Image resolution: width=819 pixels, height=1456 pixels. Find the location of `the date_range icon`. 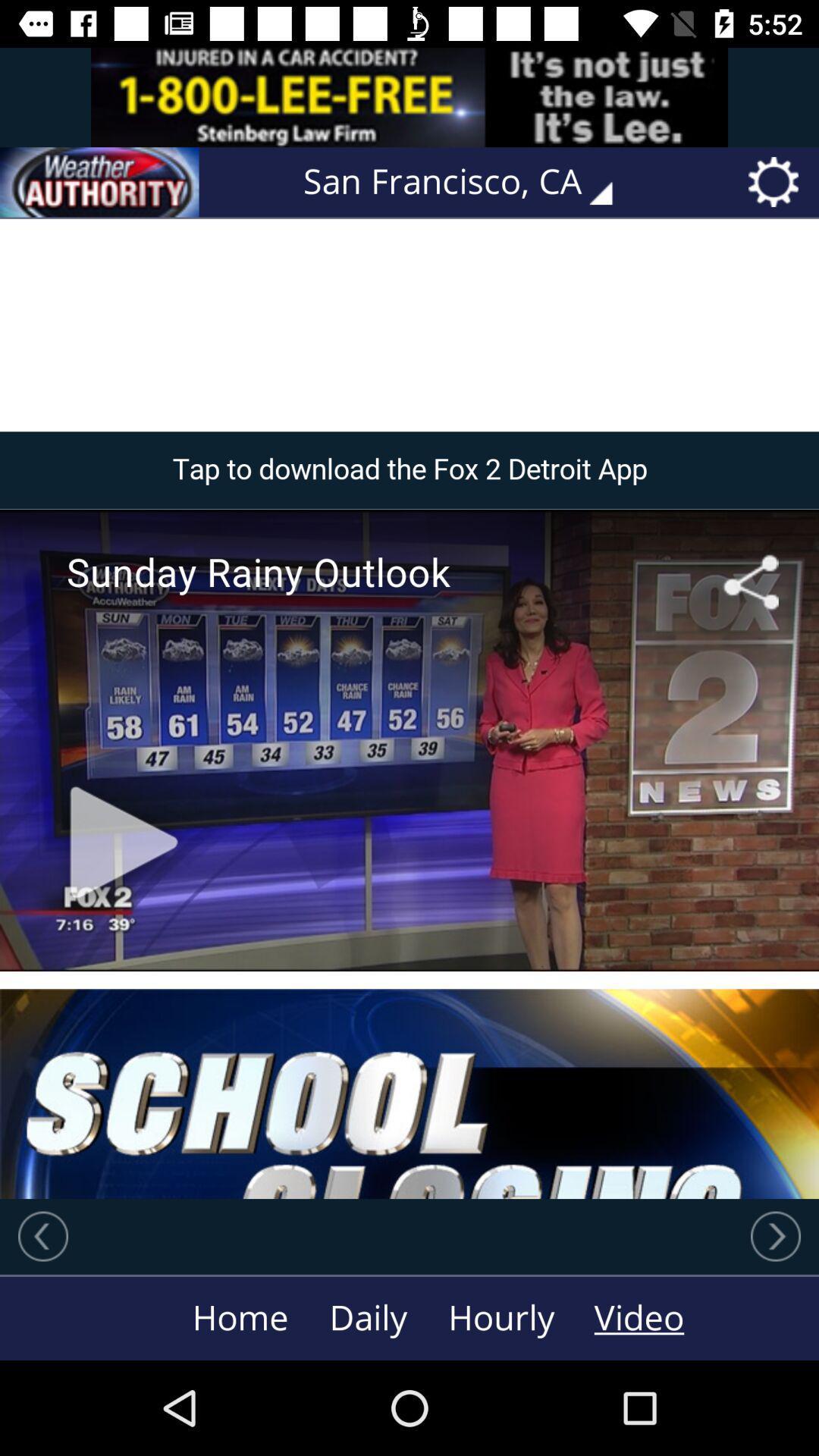

the date_range icon is located at coordinates (99, 182).